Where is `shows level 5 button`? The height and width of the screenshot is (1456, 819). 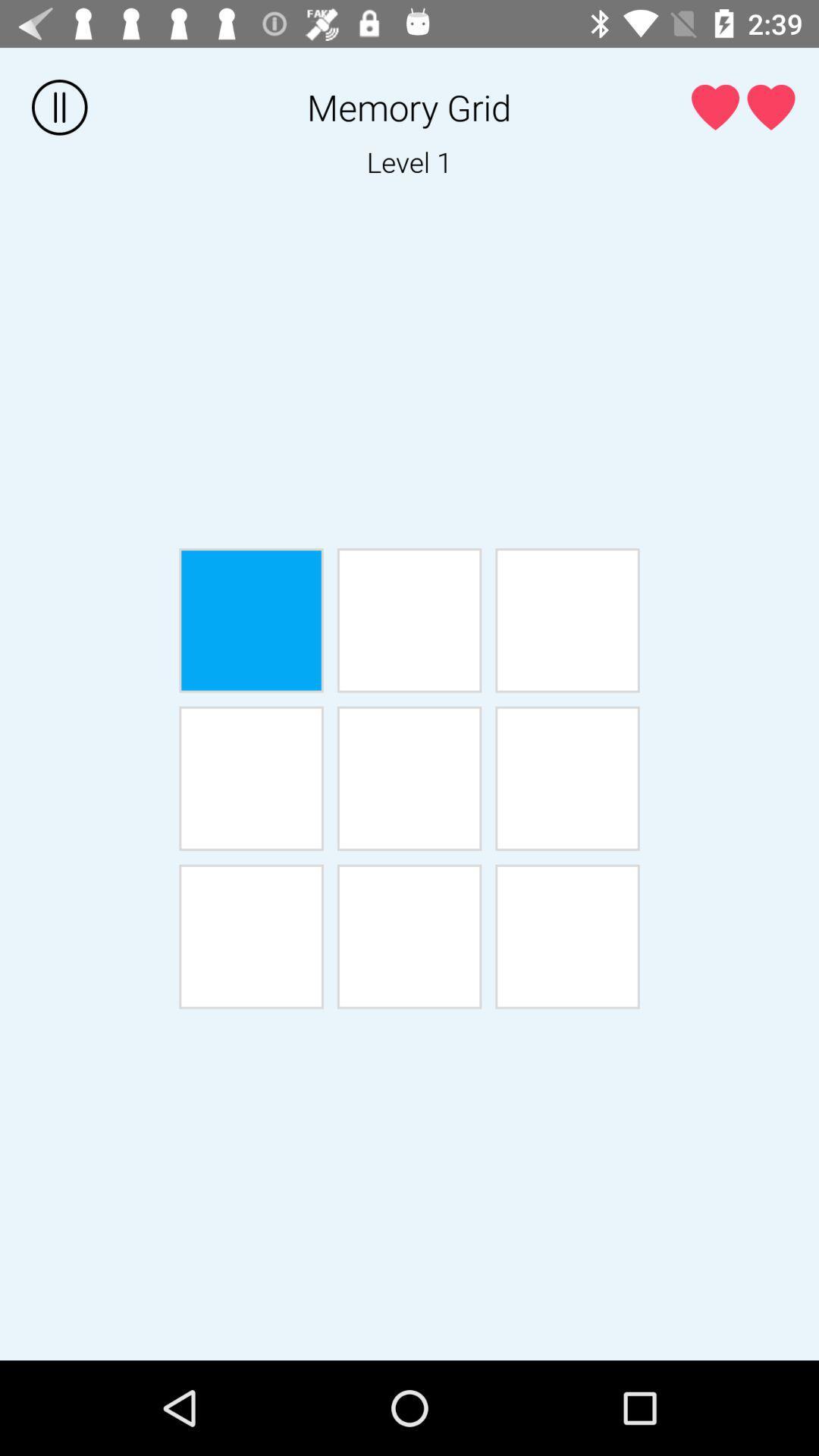 shows level 5 button is located at coordinates (409, 778).